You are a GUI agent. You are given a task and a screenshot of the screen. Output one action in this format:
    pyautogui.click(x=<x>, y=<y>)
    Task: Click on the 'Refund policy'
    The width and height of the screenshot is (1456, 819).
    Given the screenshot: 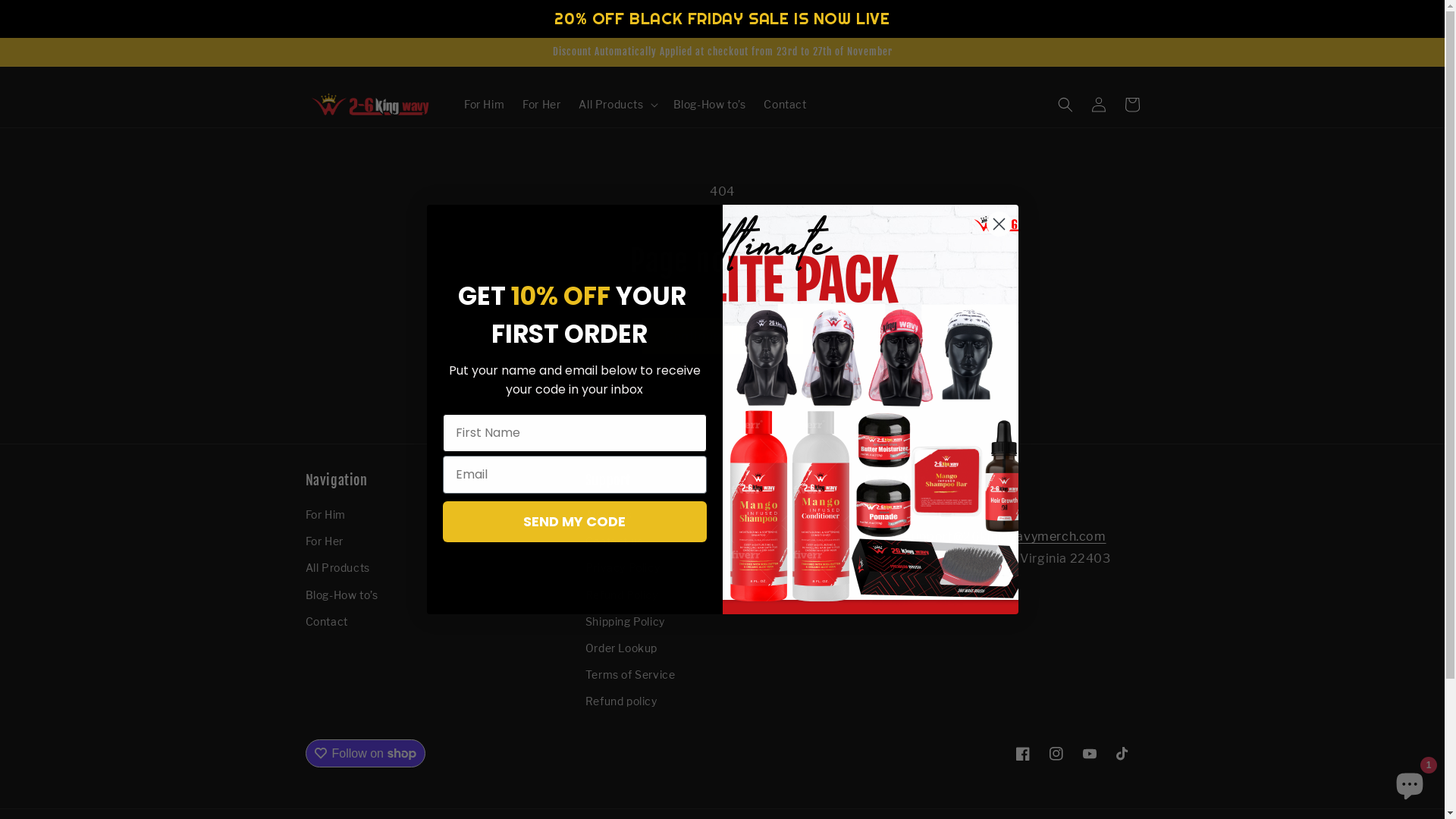 What is the action you would take?
    pyautogui.click(x=585, y=701)
    